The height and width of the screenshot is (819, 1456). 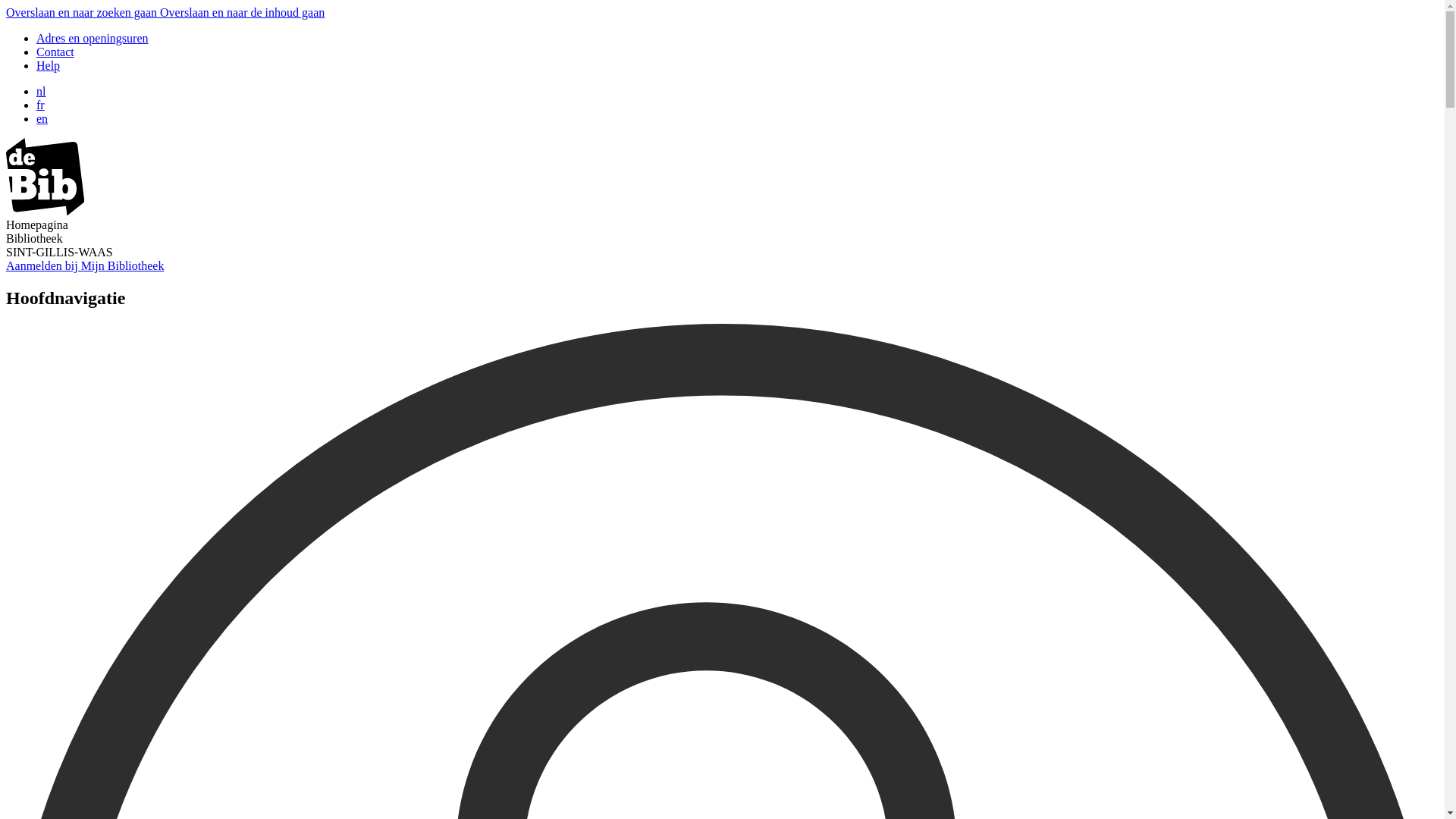 What do you see at coordinates (55, 51) in the screenshot?
I see `'Contact'` at bounding box center [55, 51].